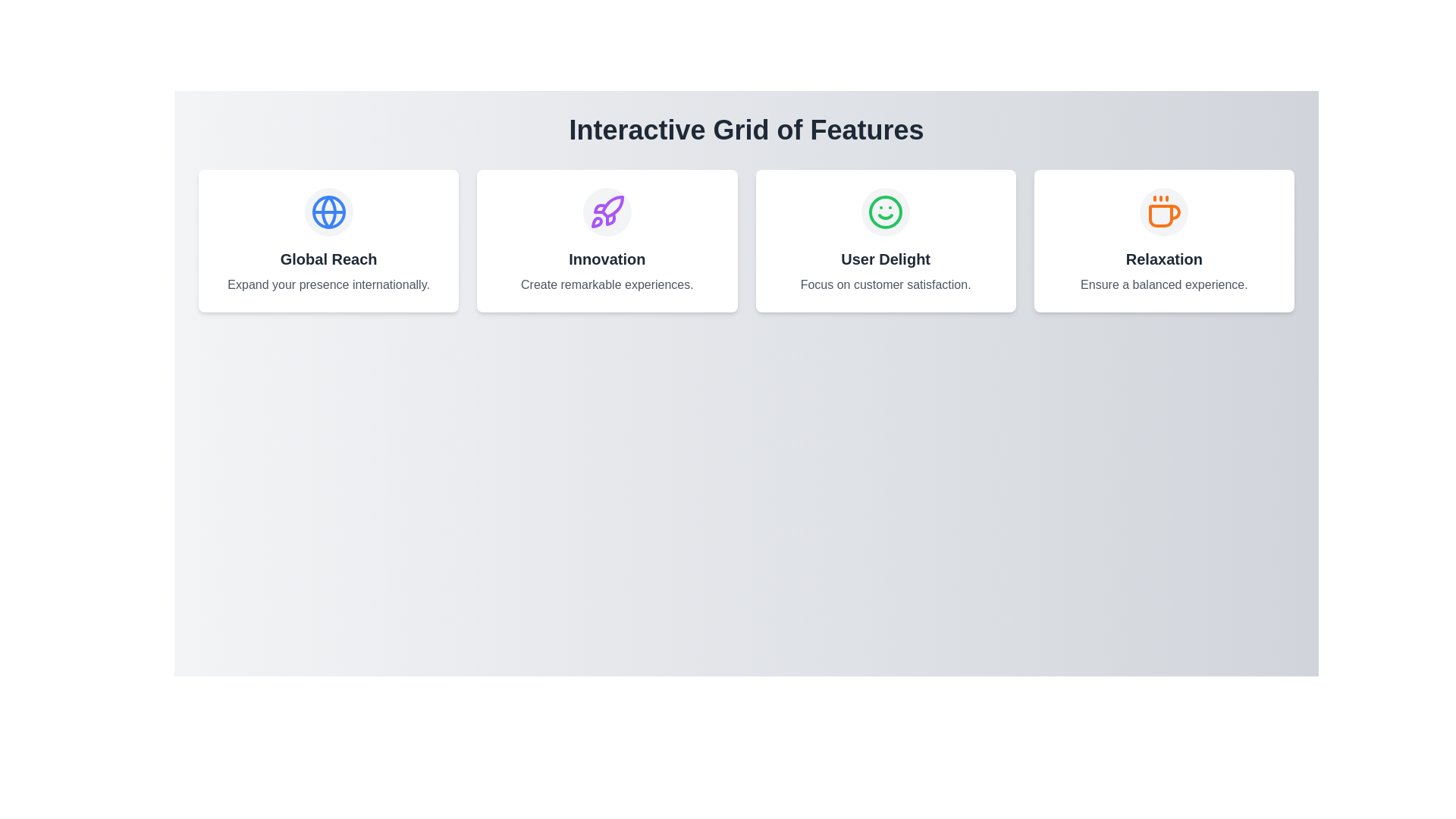 This screenshot has height=819, width=1456. Describe the element at coordinates (886, 240) in the screenshot. I see `the Informational Card located in the third column of a 4-column grid layout, which provides a description of a feature or service, emphasizing customer satisfaction` at that location.